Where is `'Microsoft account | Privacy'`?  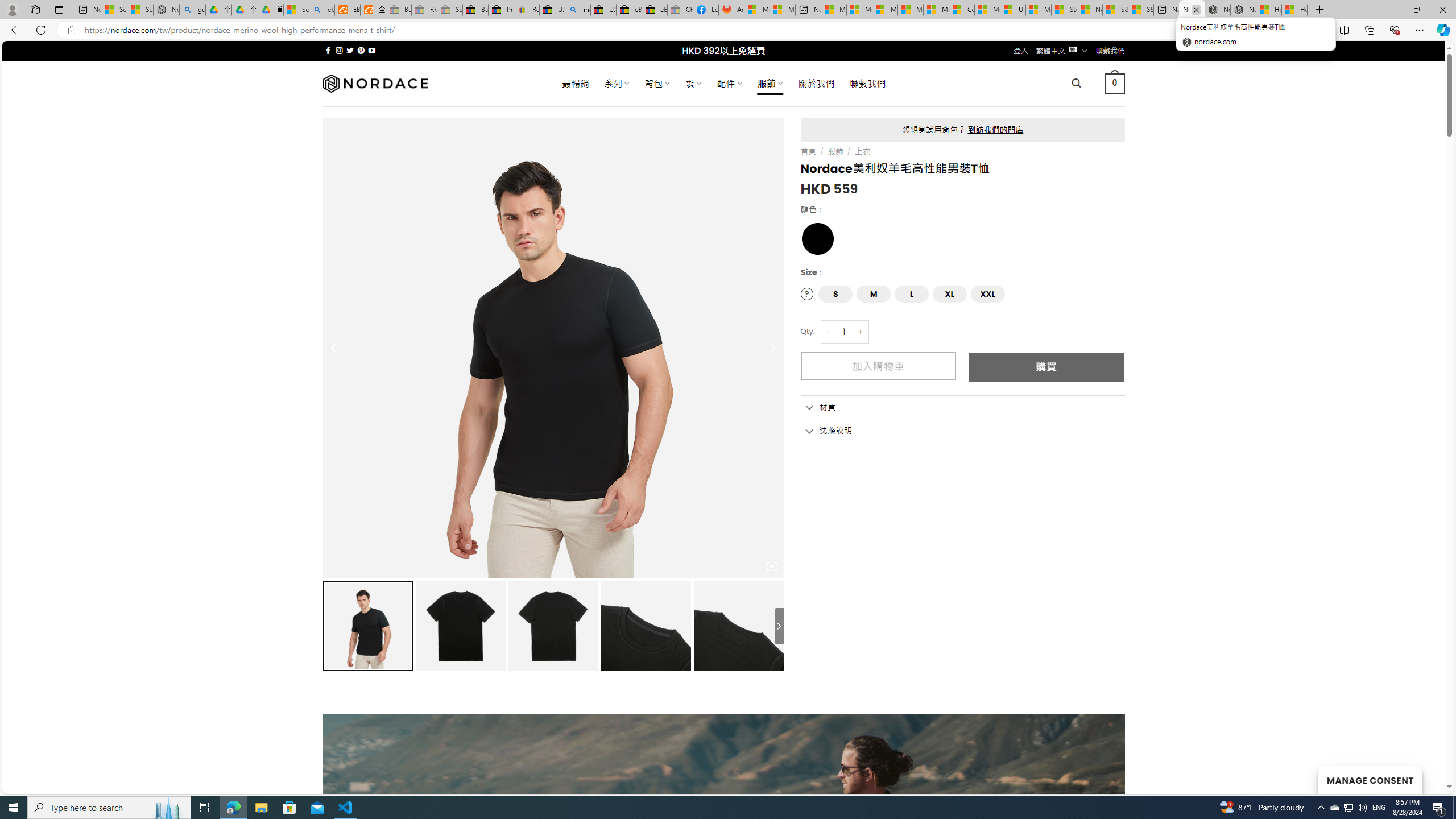 'Microsoft account | Privacy' is located at coordinates (858, 9).